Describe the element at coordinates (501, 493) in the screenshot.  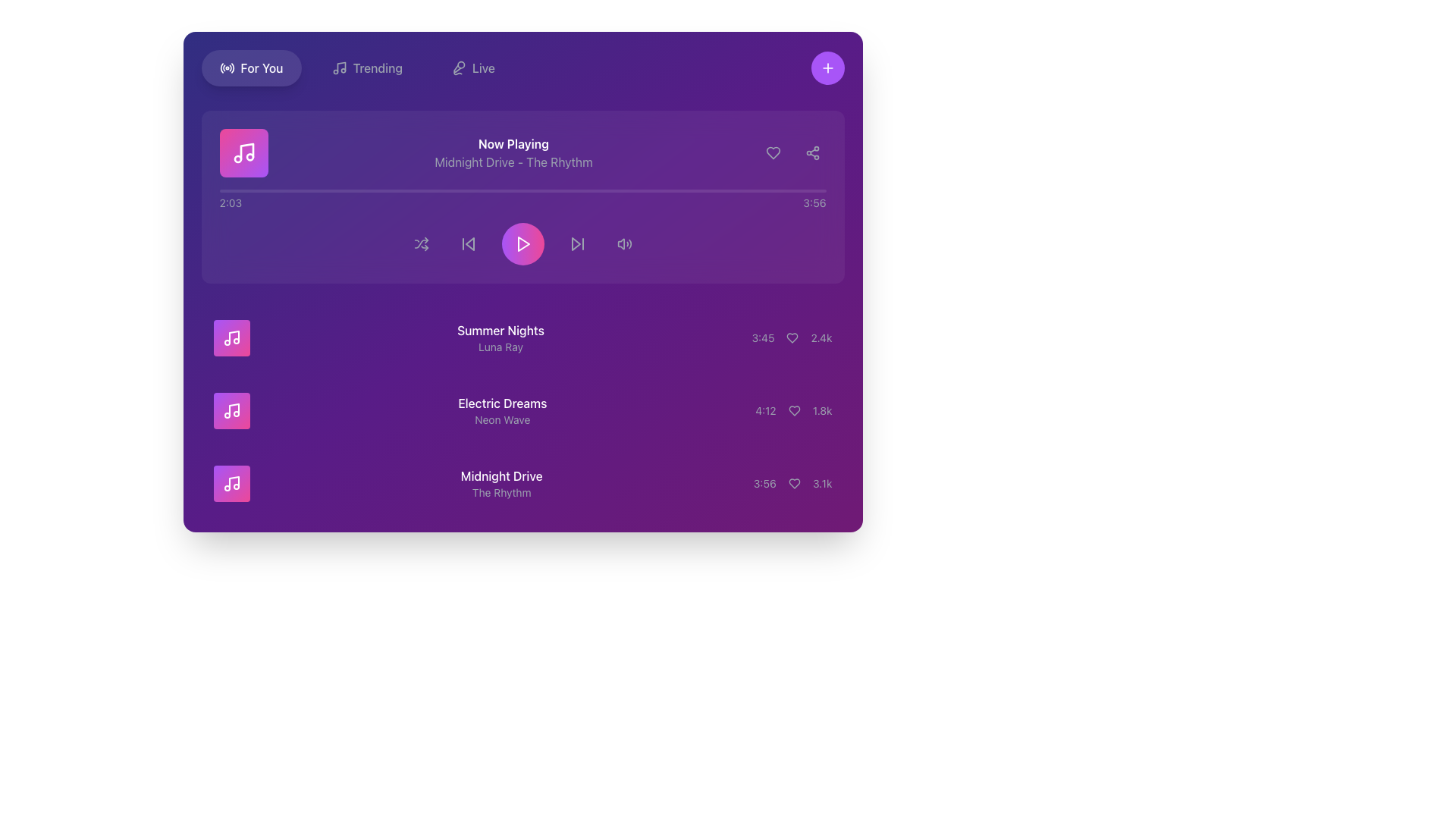
I see `information from the subtitle text element labeled 'The Rhythm' which is displayed in a muted gray color directly beneath the title 'Midnight Drive'` at that location.